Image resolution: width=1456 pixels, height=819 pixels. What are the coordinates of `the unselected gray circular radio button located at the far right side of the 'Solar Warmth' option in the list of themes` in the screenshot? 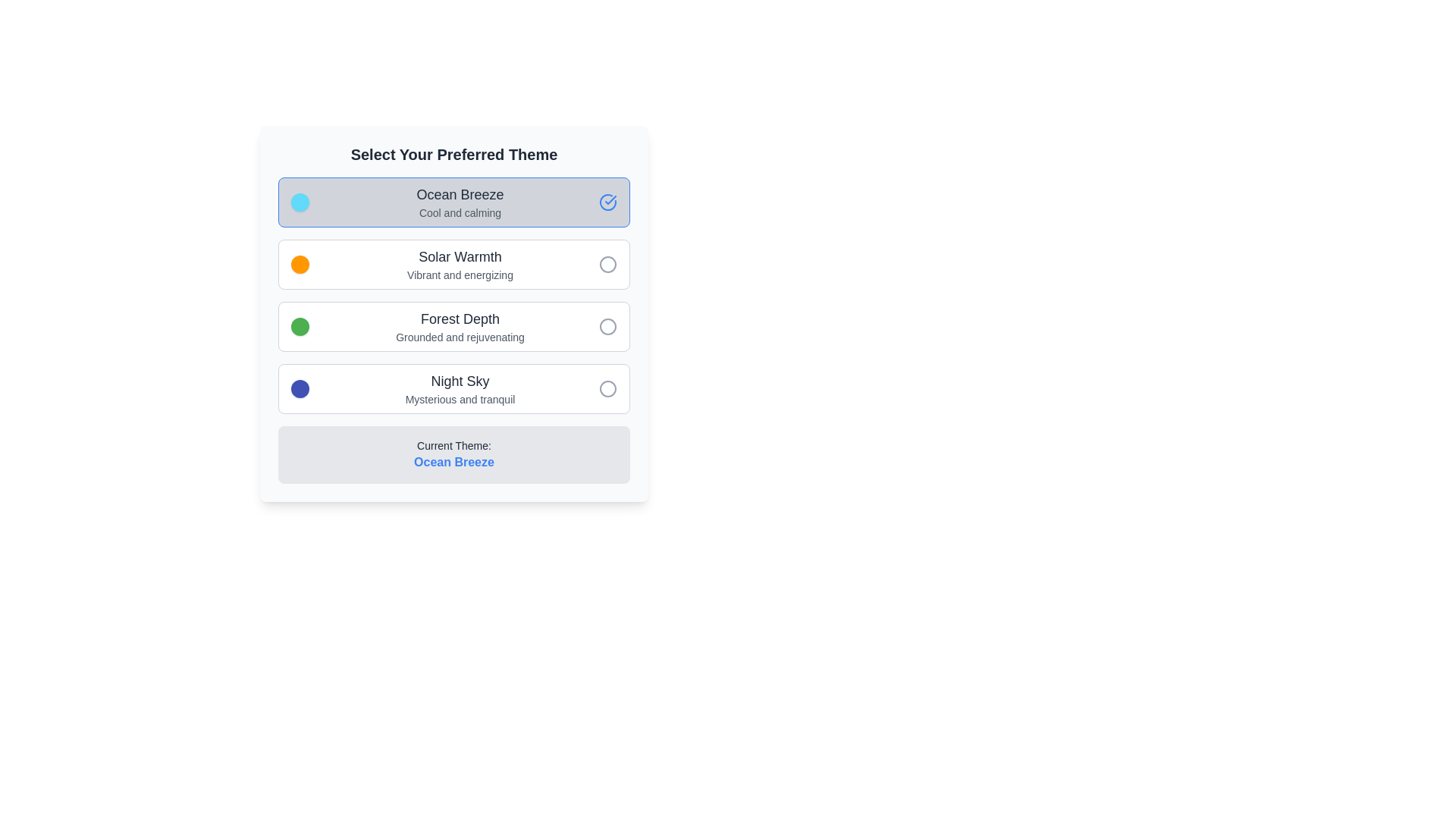 It's located at (607, 263).